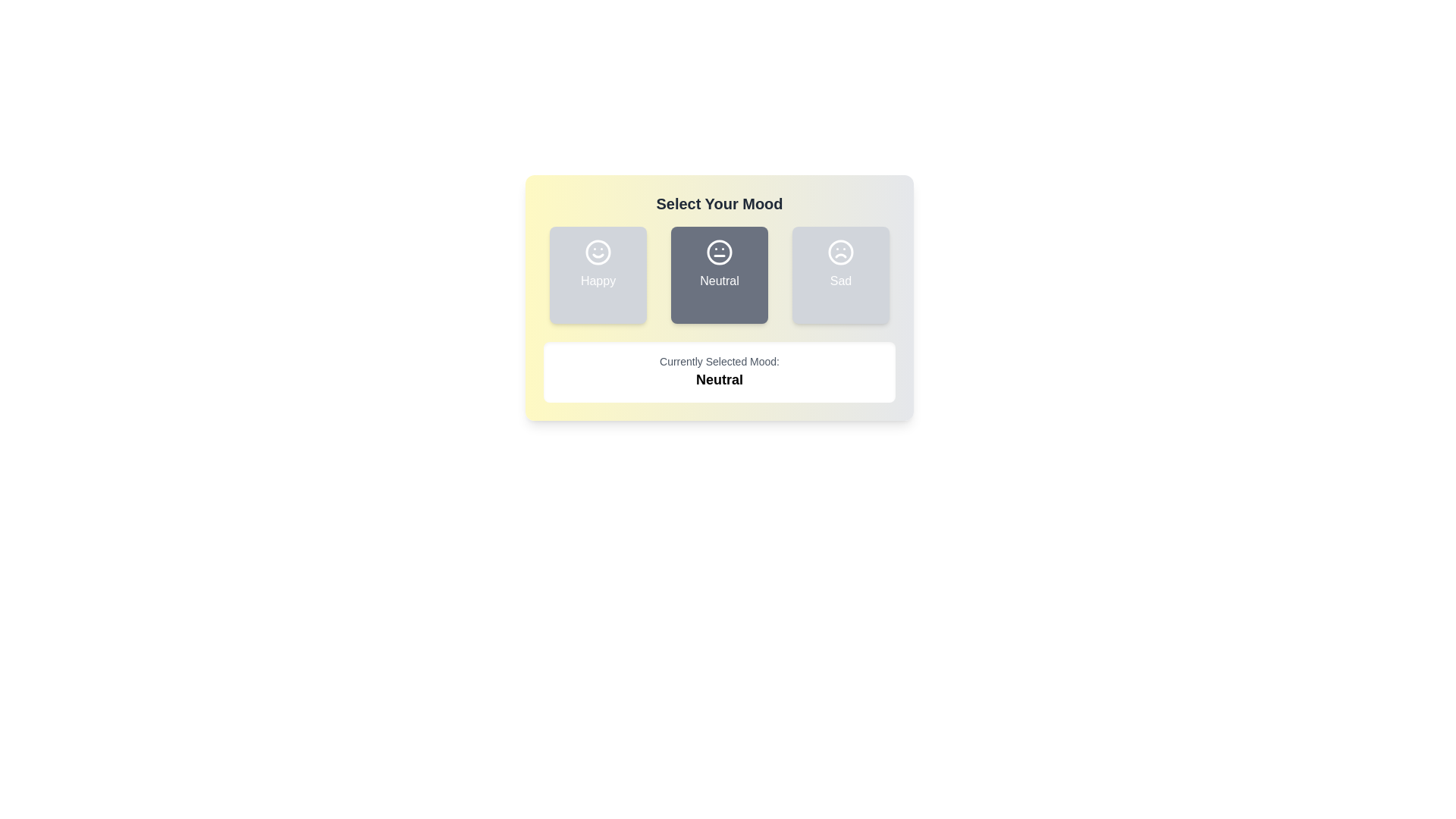 The width and height of the screenshot is (1456, 819). I want to click on the mood Sad by clicking its corresponding button, so click(839, 275).